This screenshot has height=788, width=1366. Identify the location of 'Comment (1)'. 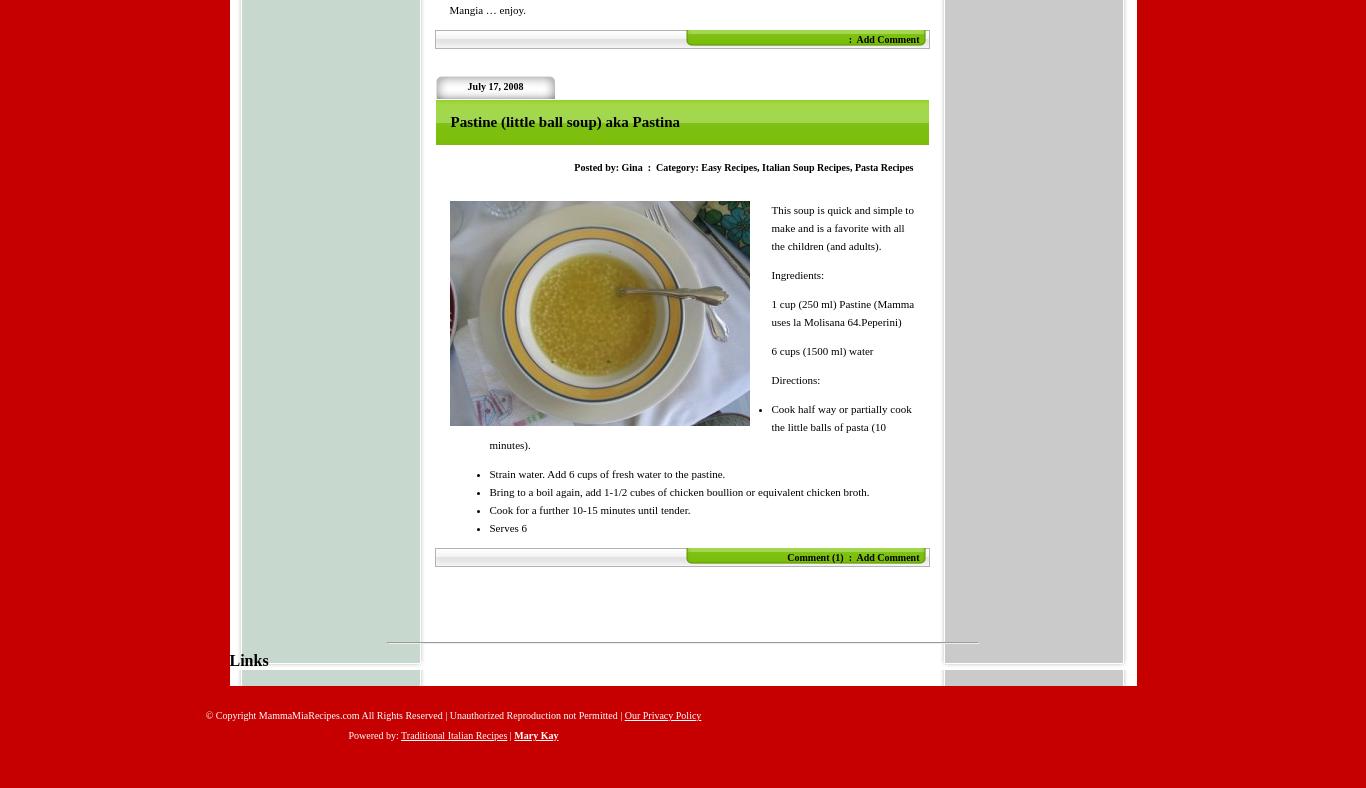
(813, 557).